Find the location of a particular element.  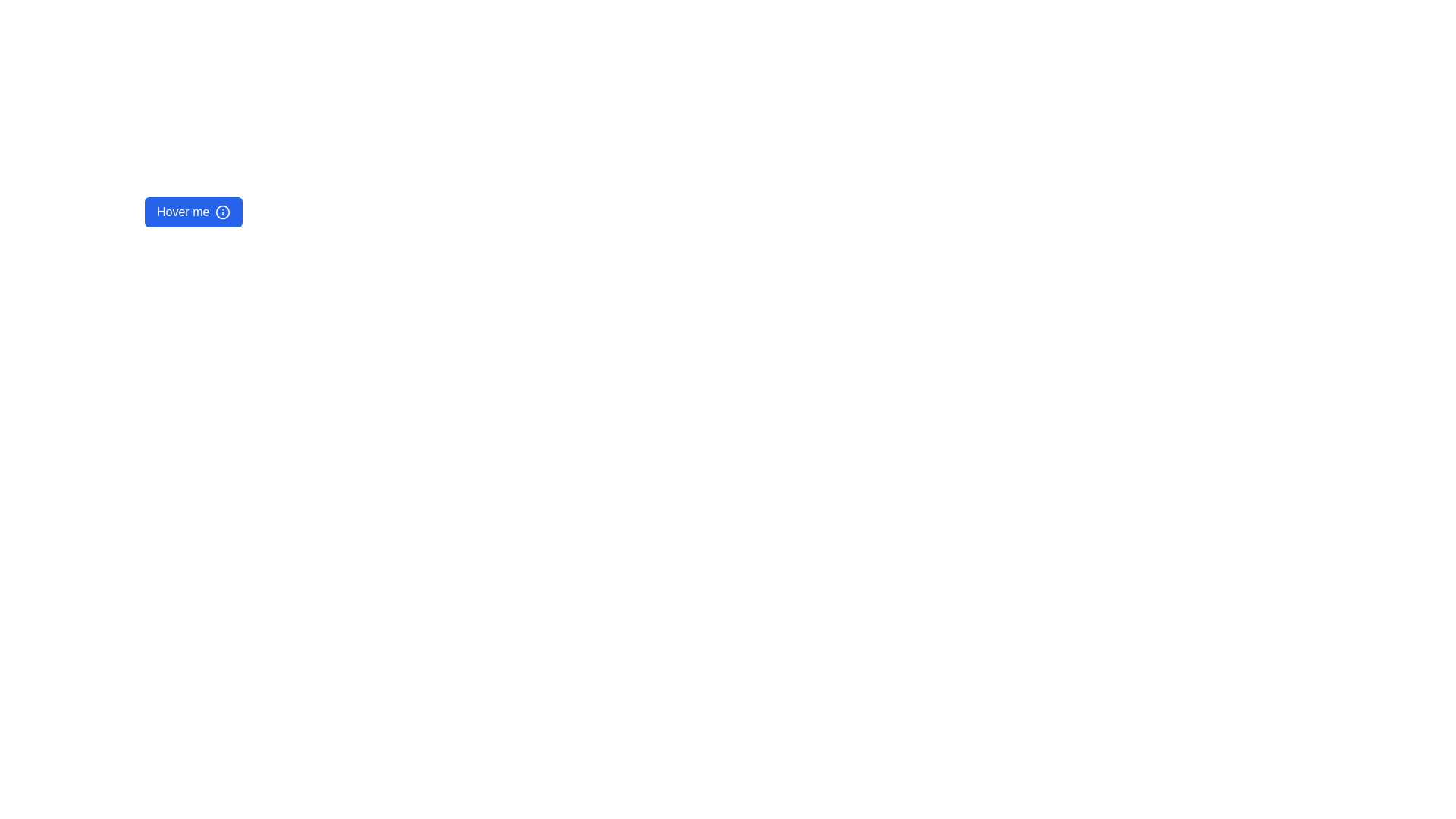

the circular outline element that is part of an icon located to the right of the 'Hover me' button is located at coordinates (222, 212).